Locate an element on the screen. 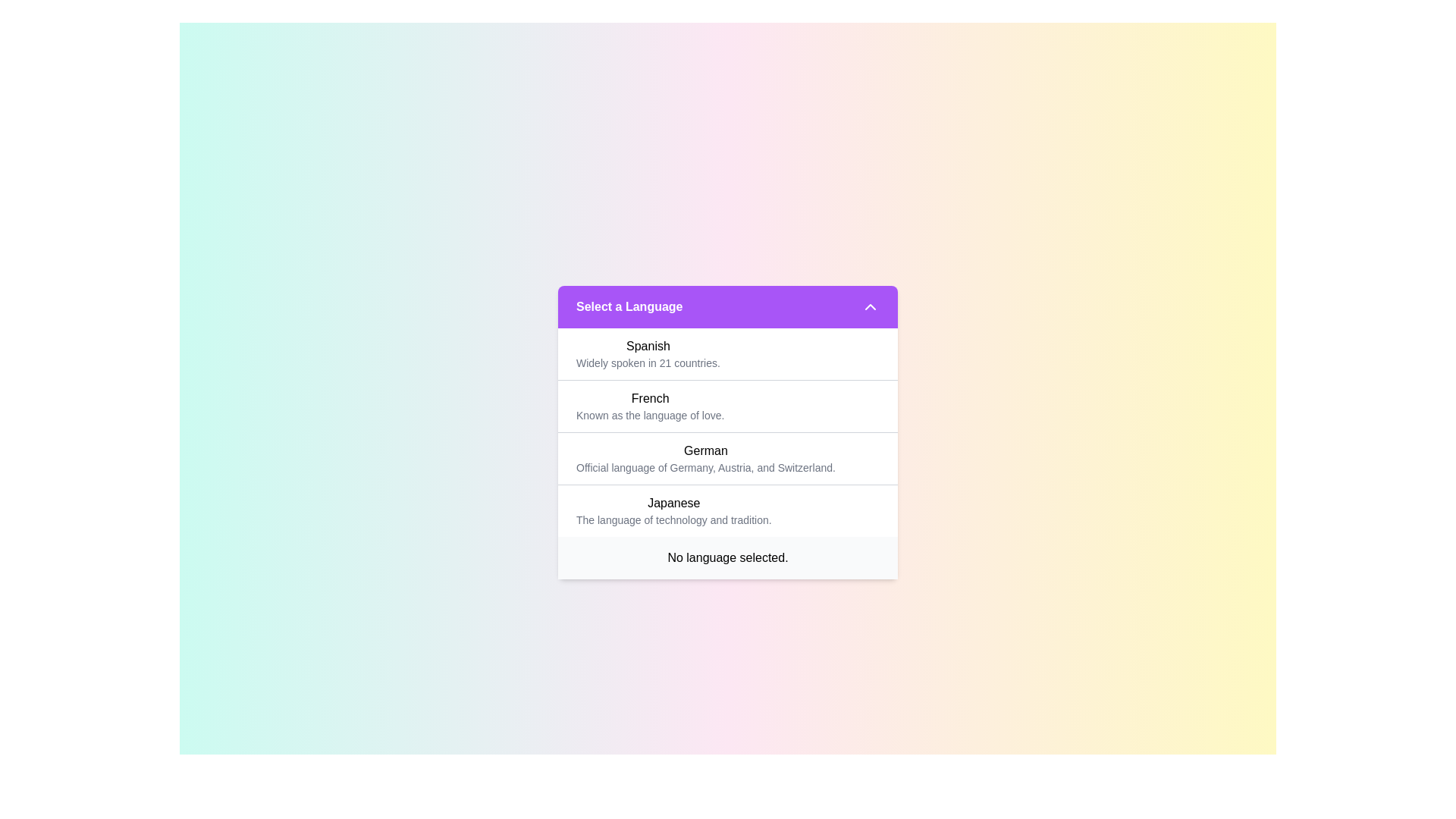  the selectable list item displaying 'German', which is positioned third in the vertical list of language options is located at coordinates (728, 457).